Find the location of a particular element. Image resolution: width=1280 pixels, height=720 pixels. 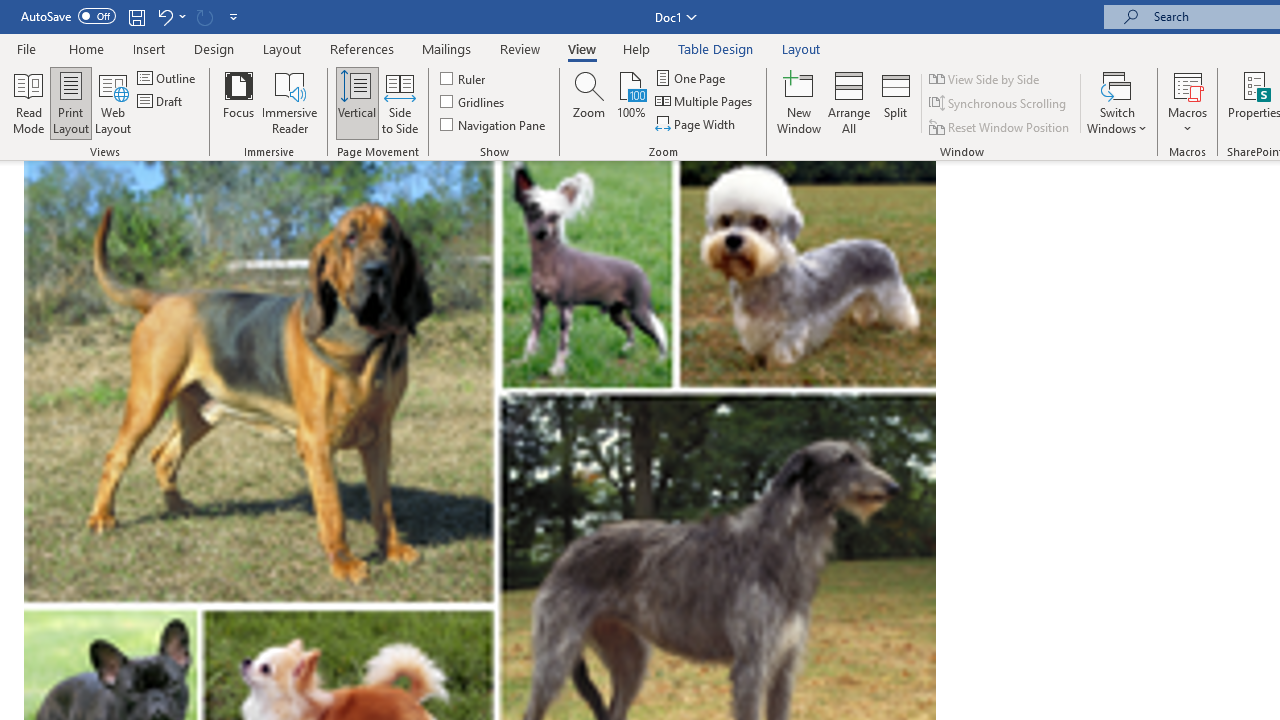

'Zoom...' is located at coordinates (588, 103).